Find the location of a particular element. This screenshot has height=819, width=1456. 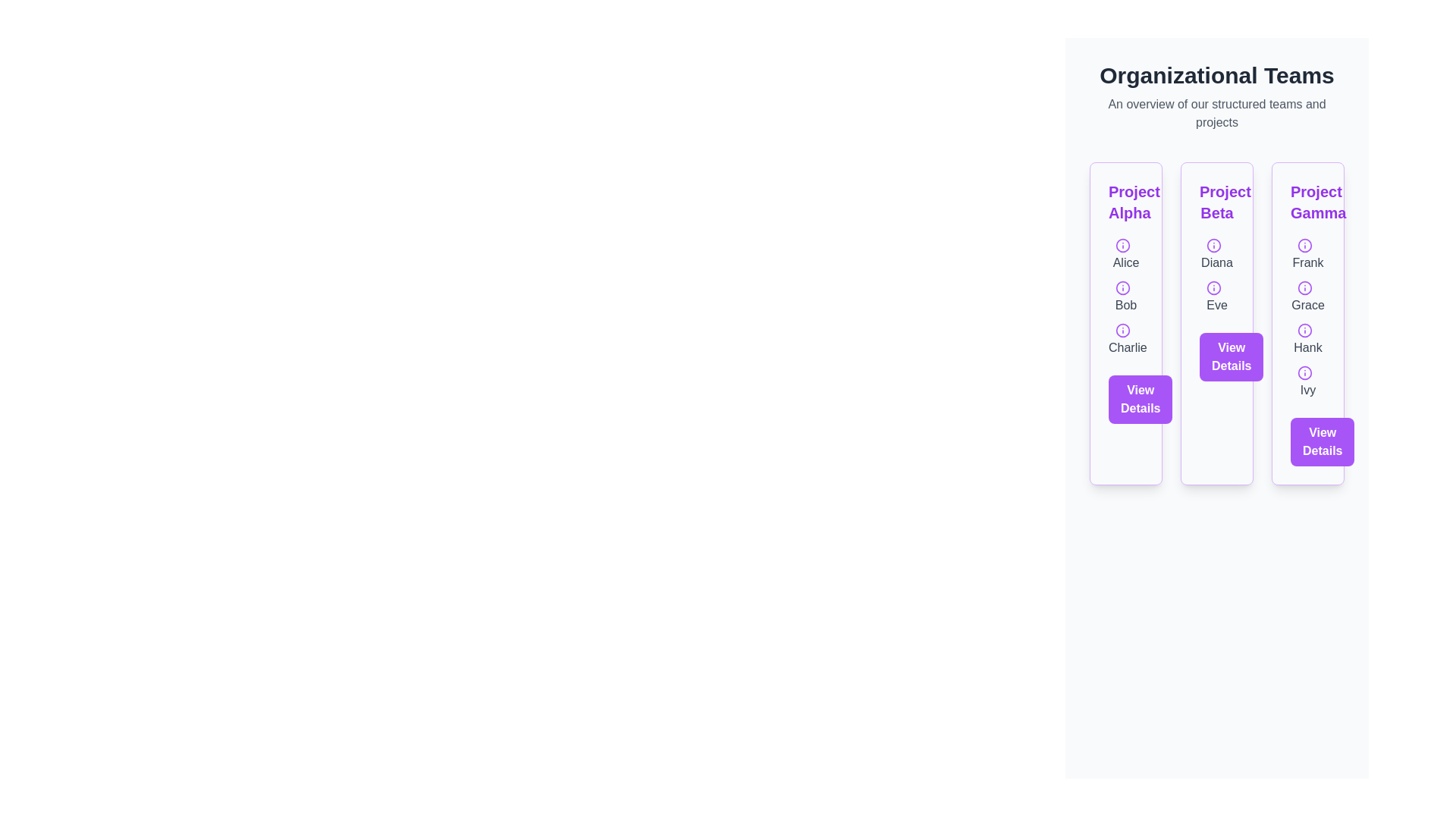

the text label that serves as the title for the second project card, located at the top of the middle card in the interface is located at coordinates (1216, 201).